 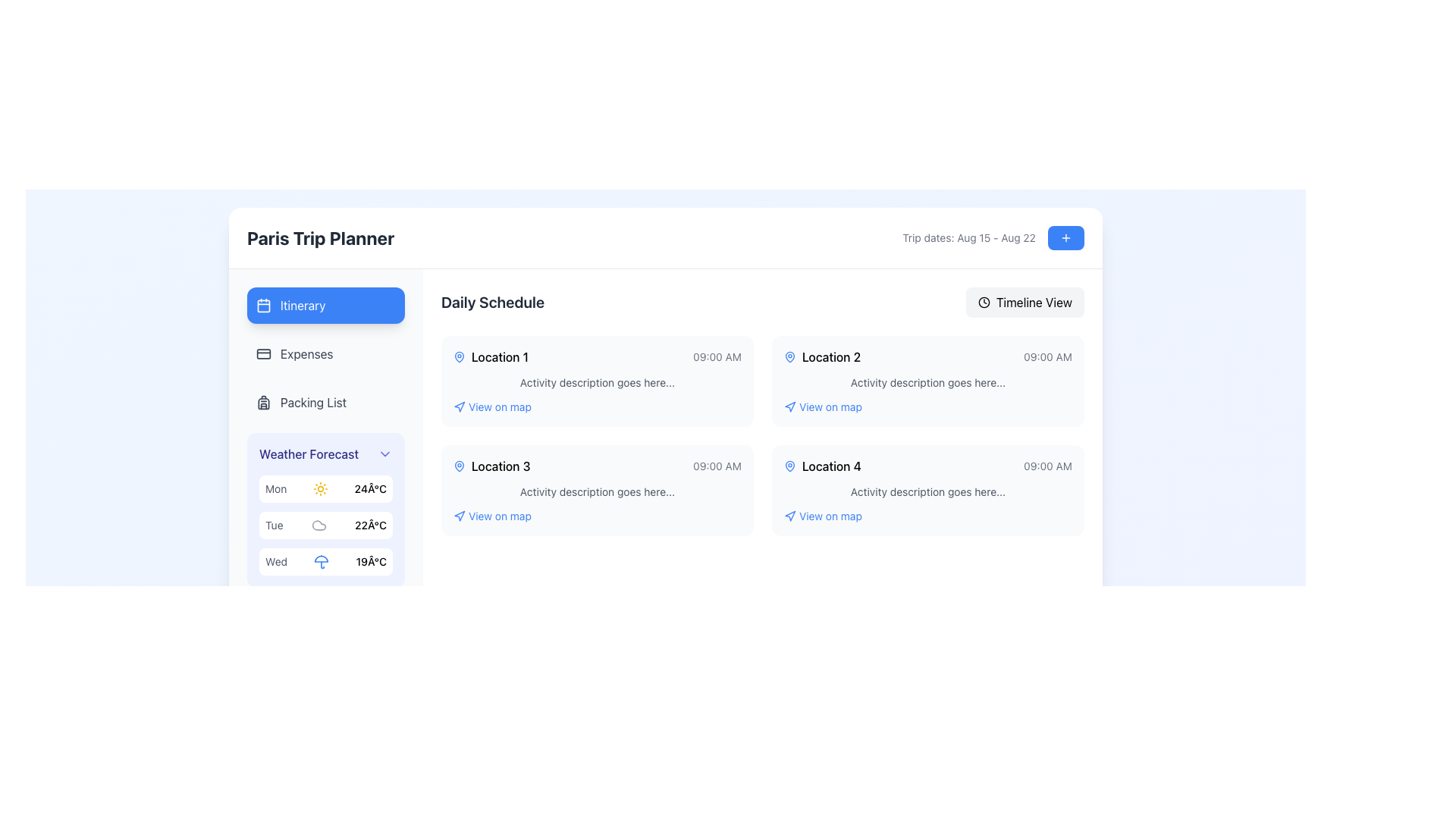 I want to click on the blue map pin icon of the 'Location 1' label, so click(x=491, y=356).